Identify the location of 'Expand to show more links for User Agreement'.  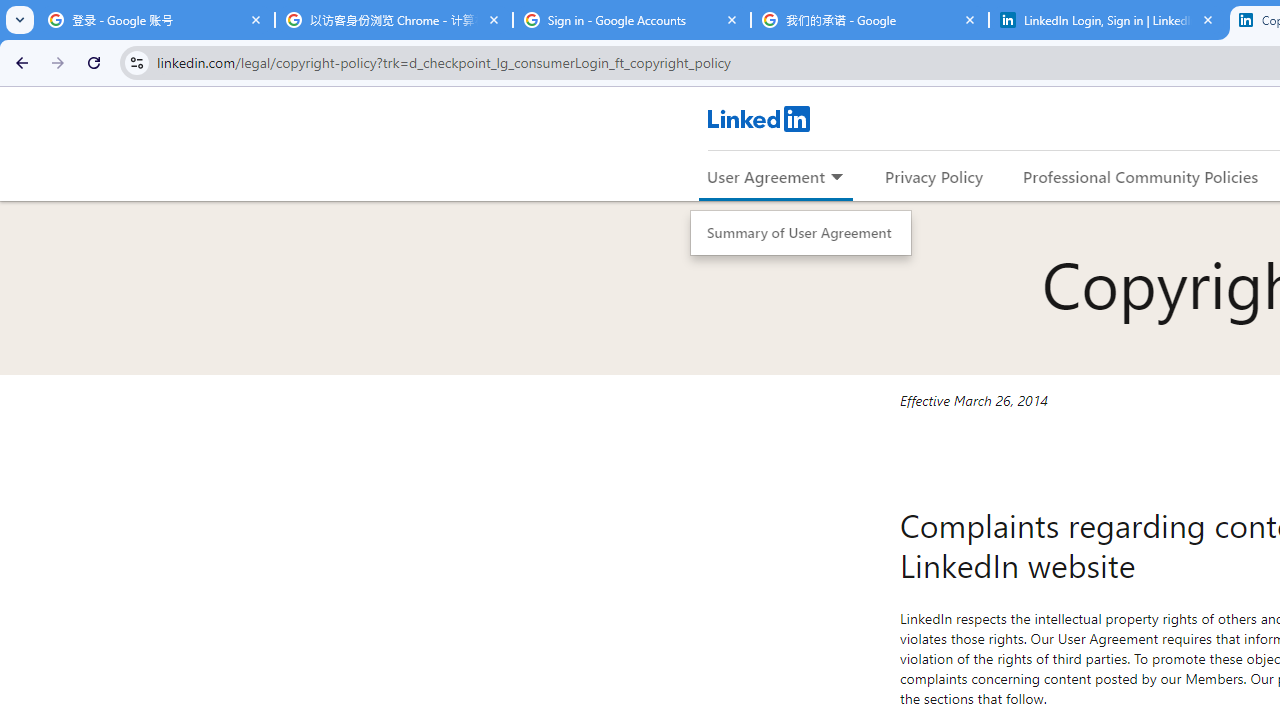
(836, 177).